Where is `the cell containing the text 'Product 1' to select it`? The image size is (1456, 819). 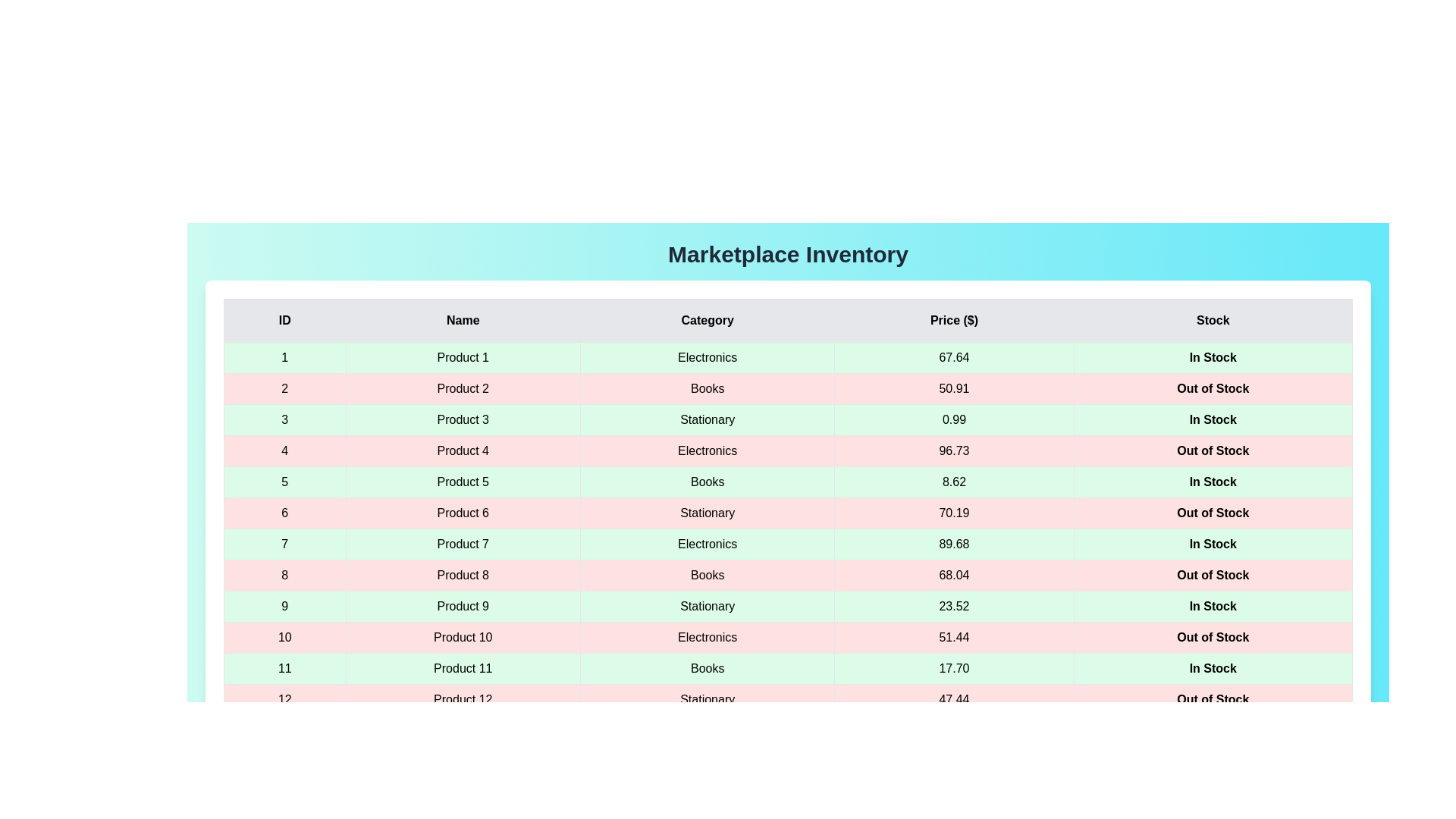 the cell containing the text 'Product 1' to select it is located at coordinates (461, 357).